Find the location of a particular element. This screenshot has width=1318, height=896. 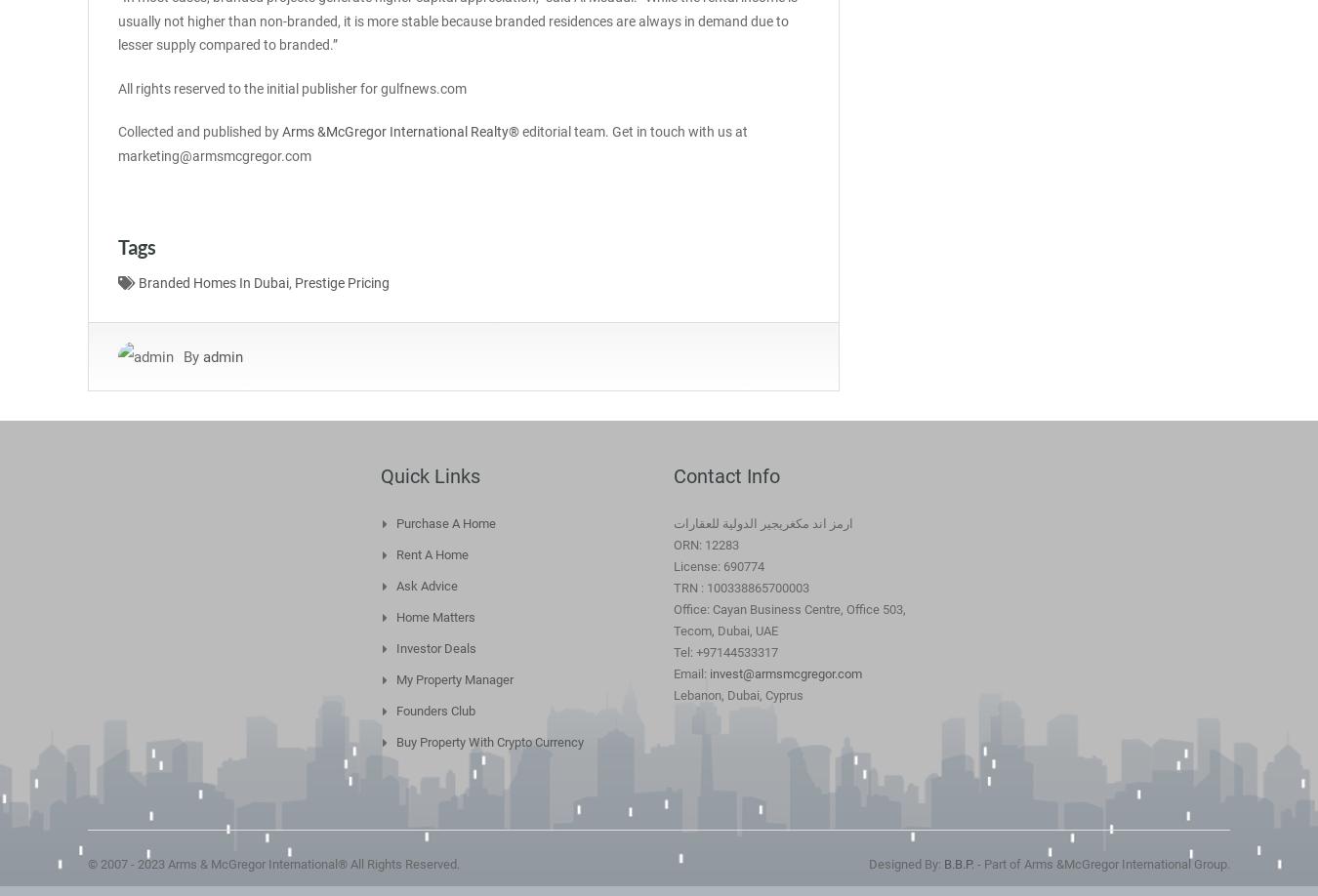

'License: 690774' is located at coordinates (718, 564).